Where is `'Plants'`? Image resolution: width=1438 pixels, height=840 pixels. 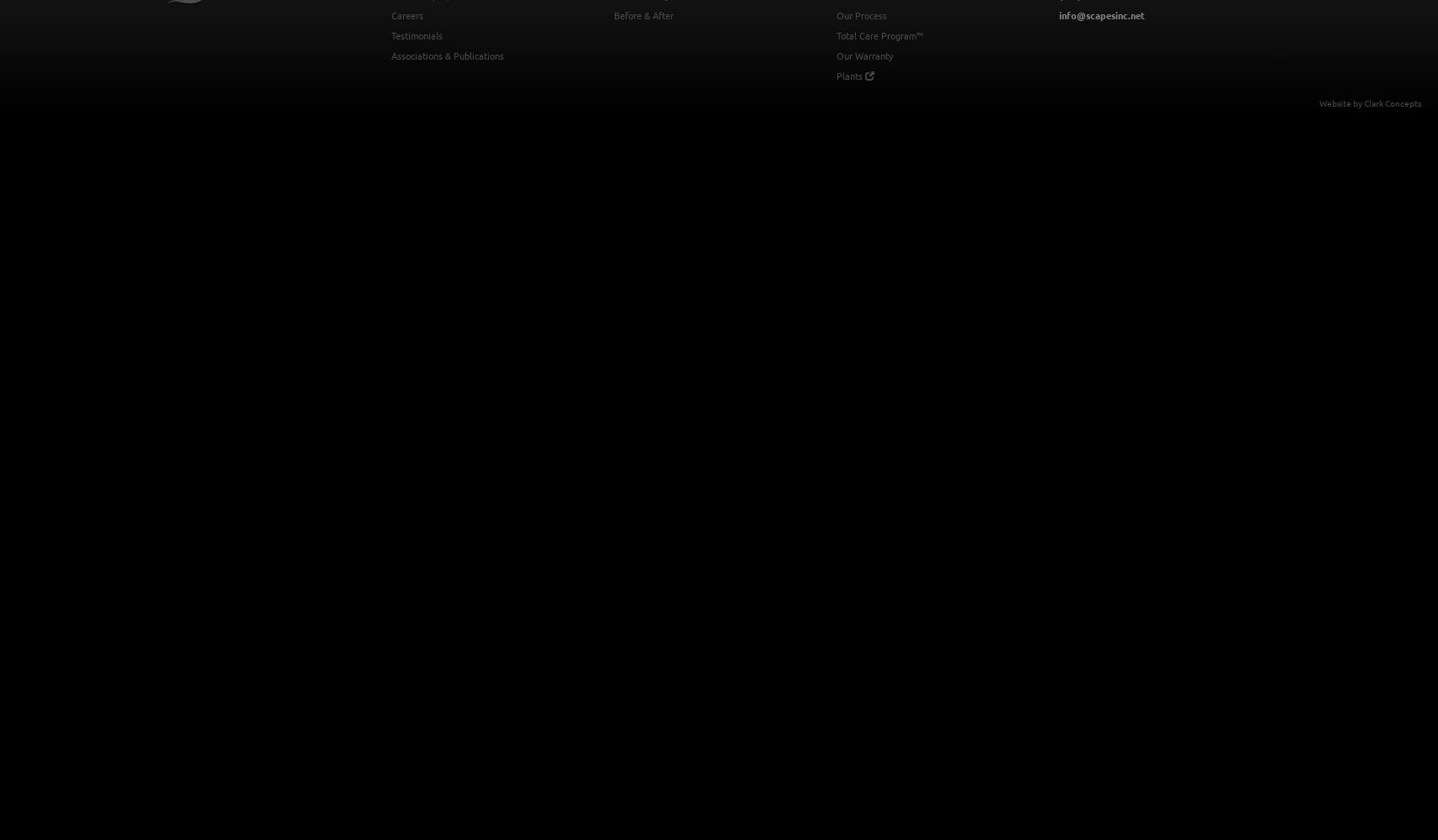
'Plants' is located at coordinates (849, 75).